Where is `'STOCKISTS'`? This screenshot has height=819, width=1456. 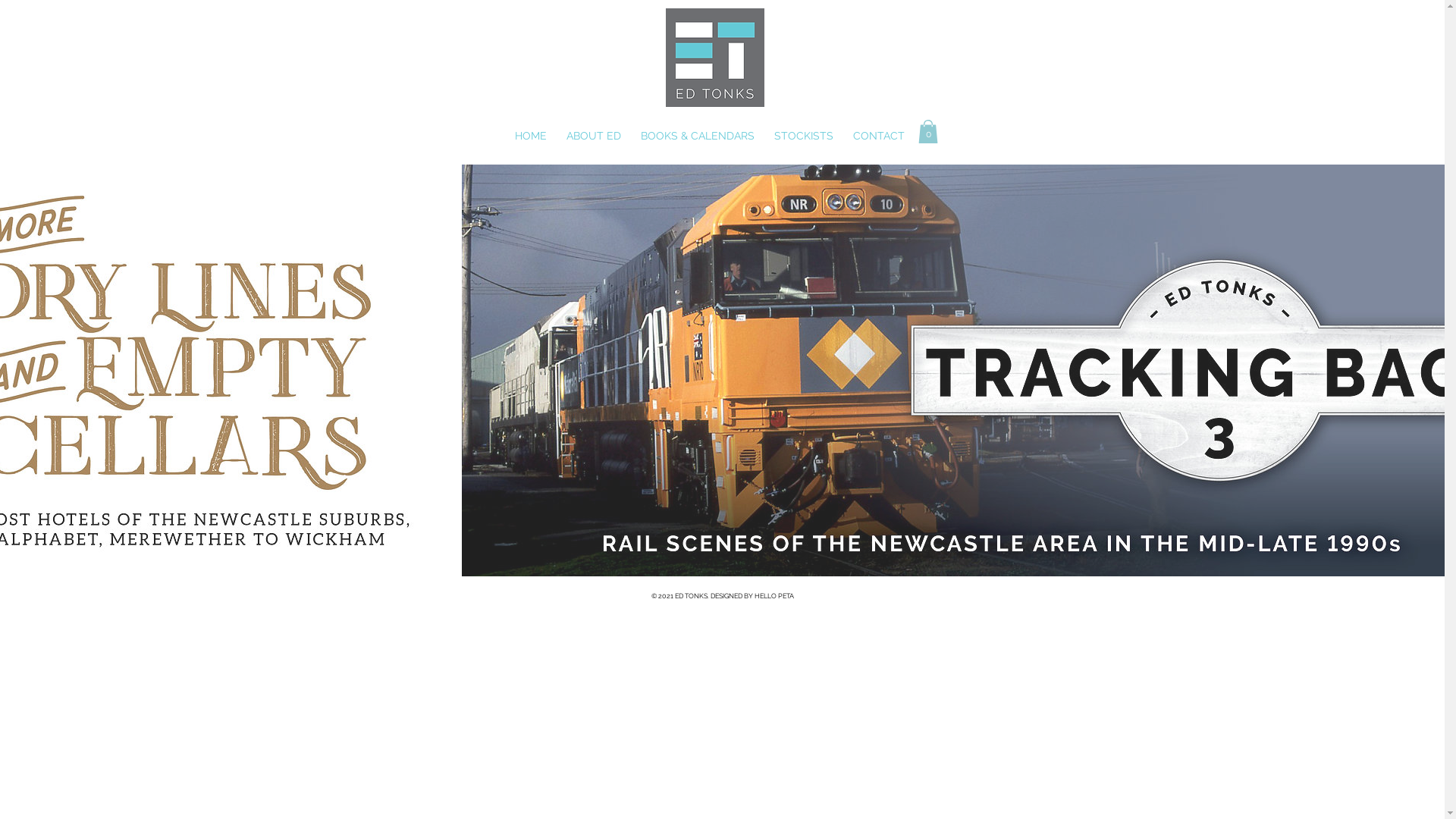 'STOCKISTS' is located at coordinates (804, 135).